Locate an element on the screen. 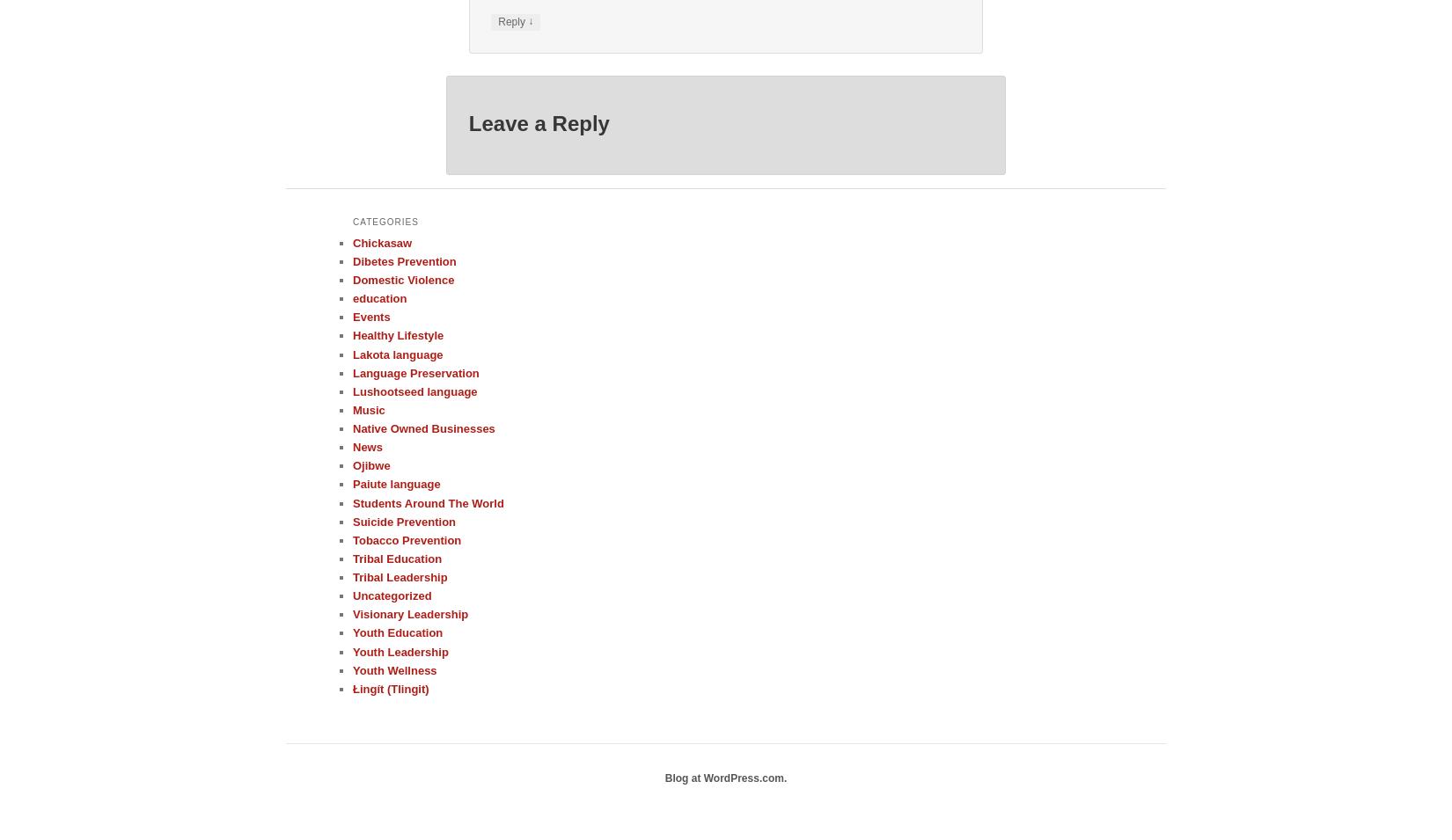  'education' is located at coordinates (378, 297).